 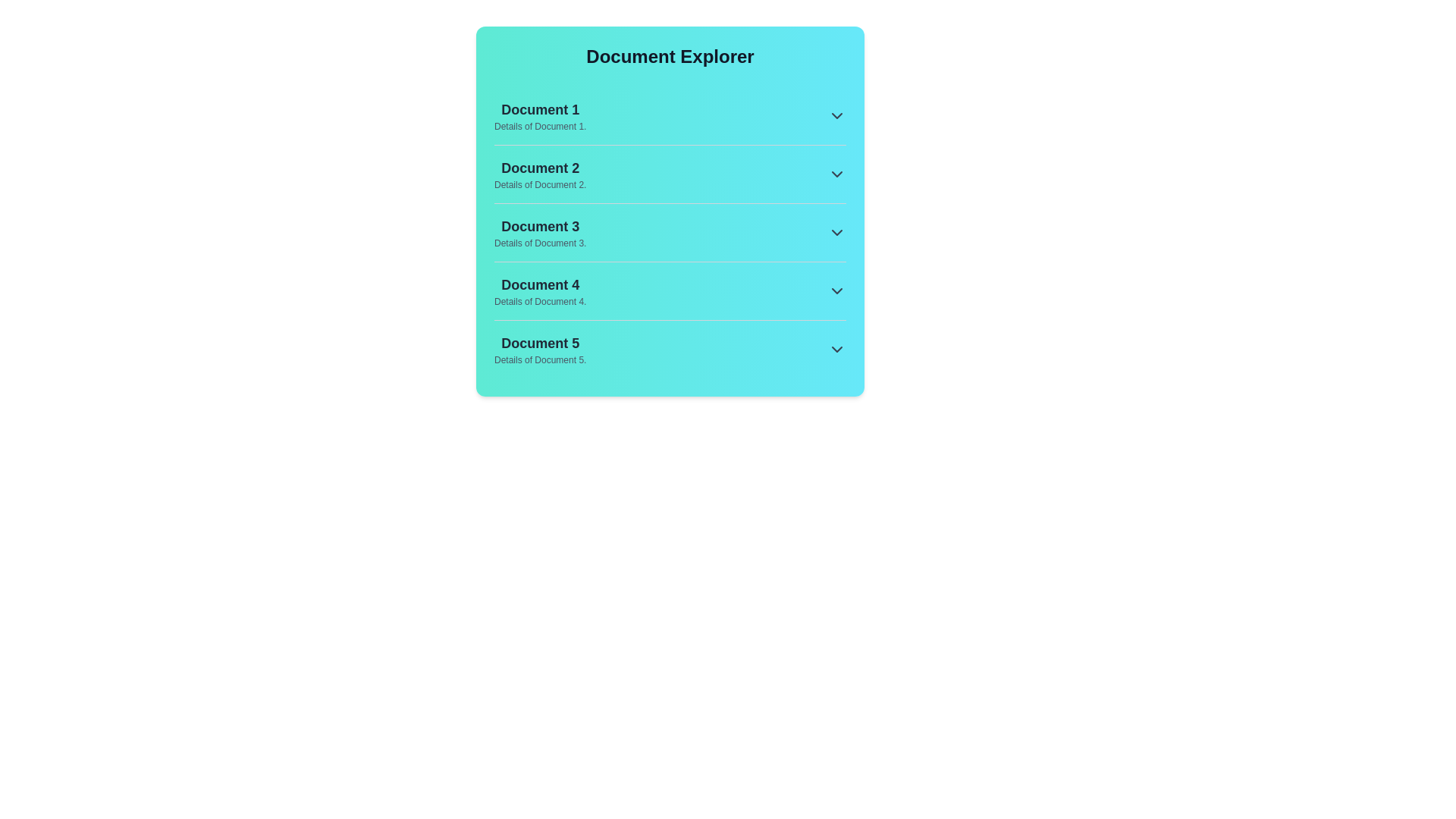 What do you see at coordinates (540, 227) in the screenshot?
I see `the title and description of document 3` at bounding box center [540, 227].